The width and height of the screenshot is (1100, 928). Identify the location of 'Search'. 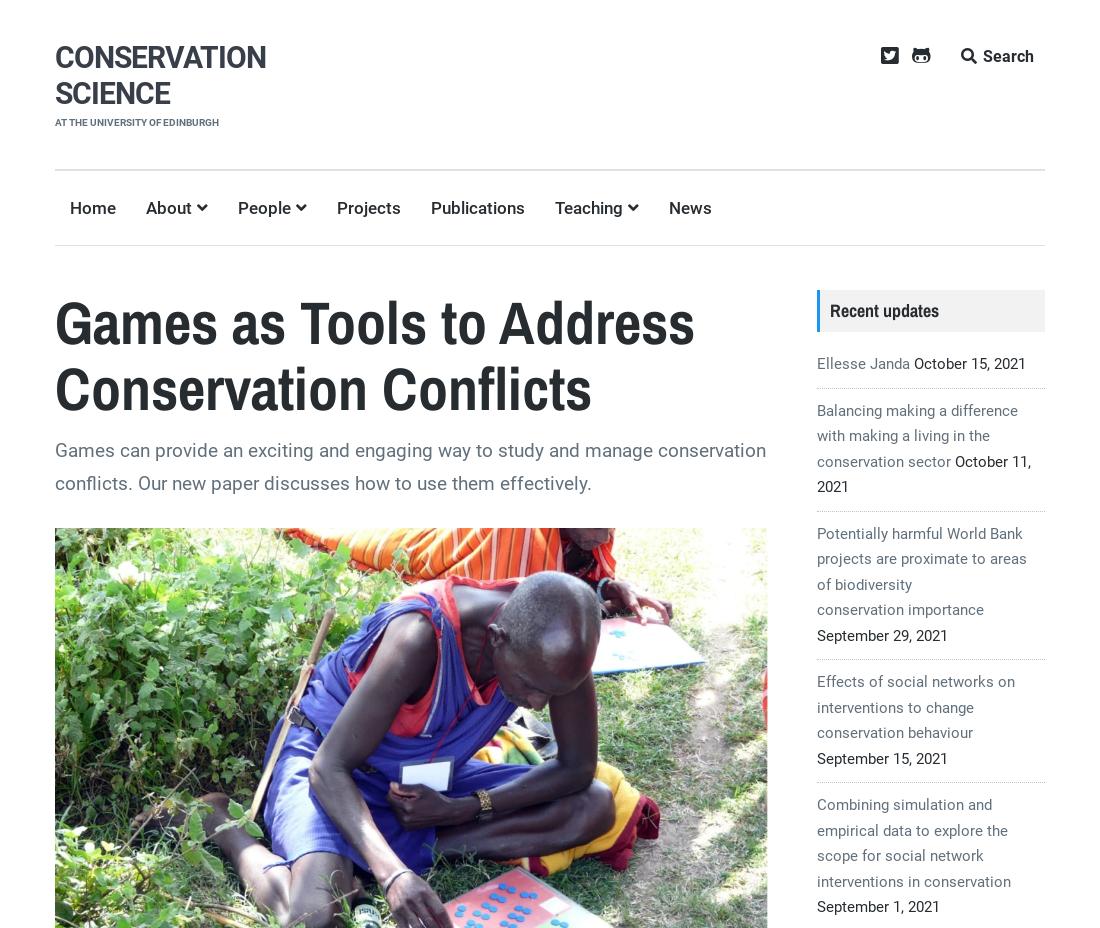
(1005, 54).